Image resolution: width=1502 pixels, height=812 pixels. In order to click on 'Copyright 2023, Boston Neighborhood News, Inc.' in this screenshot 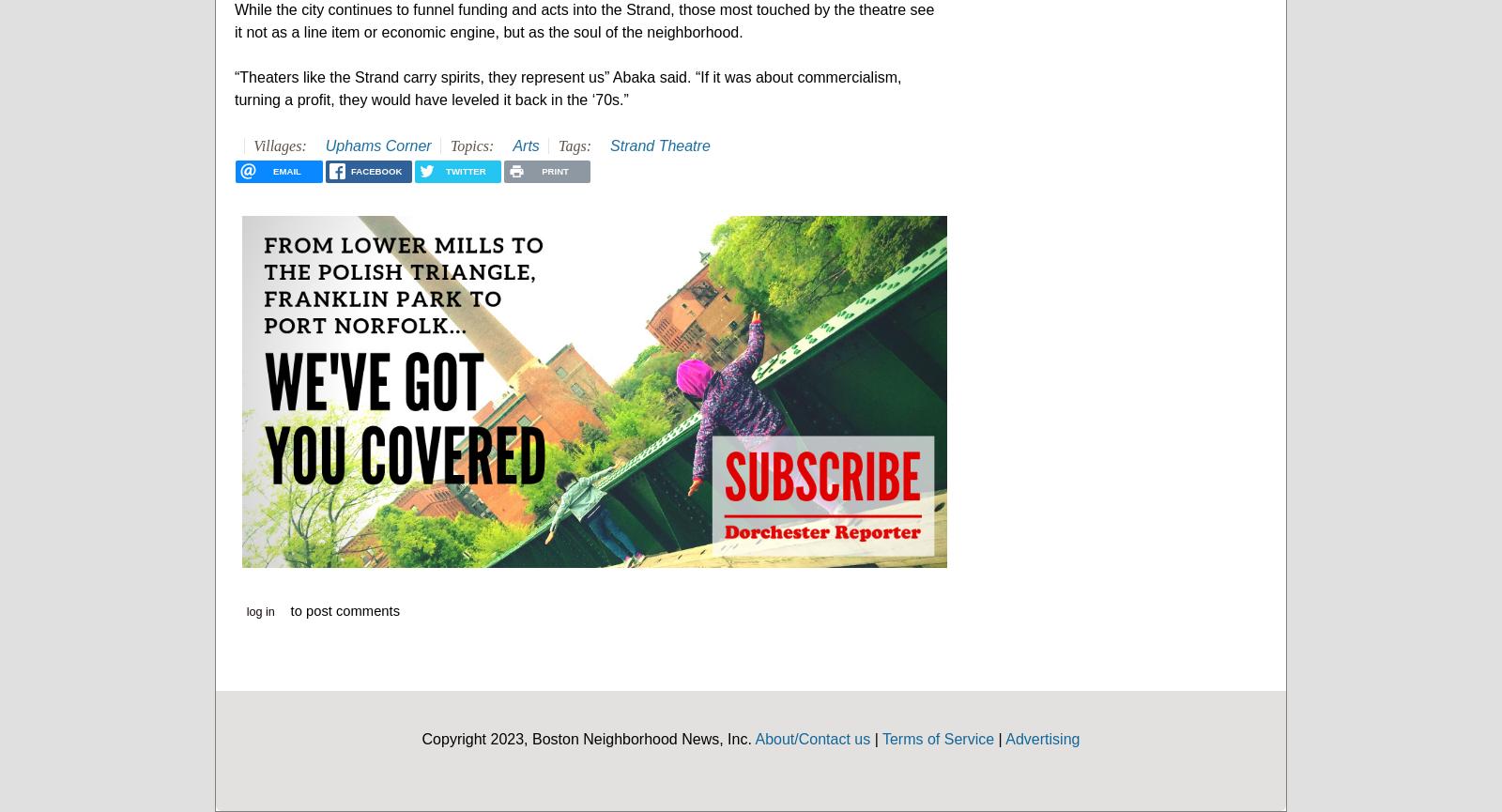, I will do `click(588, 737)`.